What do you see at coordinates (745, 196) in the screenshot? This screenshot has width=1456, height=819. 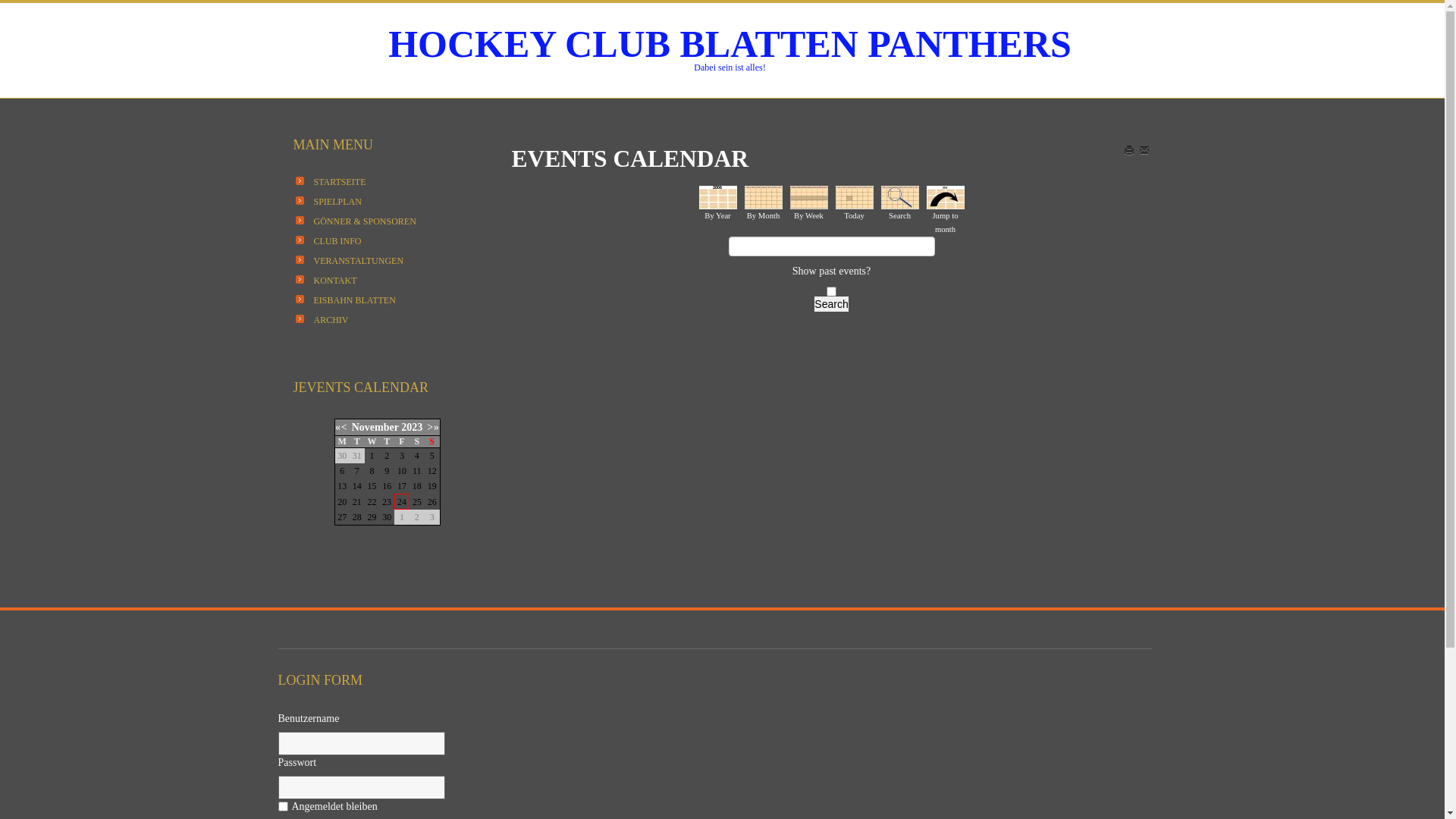 I see `'By Month'` at bounding box center [745, 196].